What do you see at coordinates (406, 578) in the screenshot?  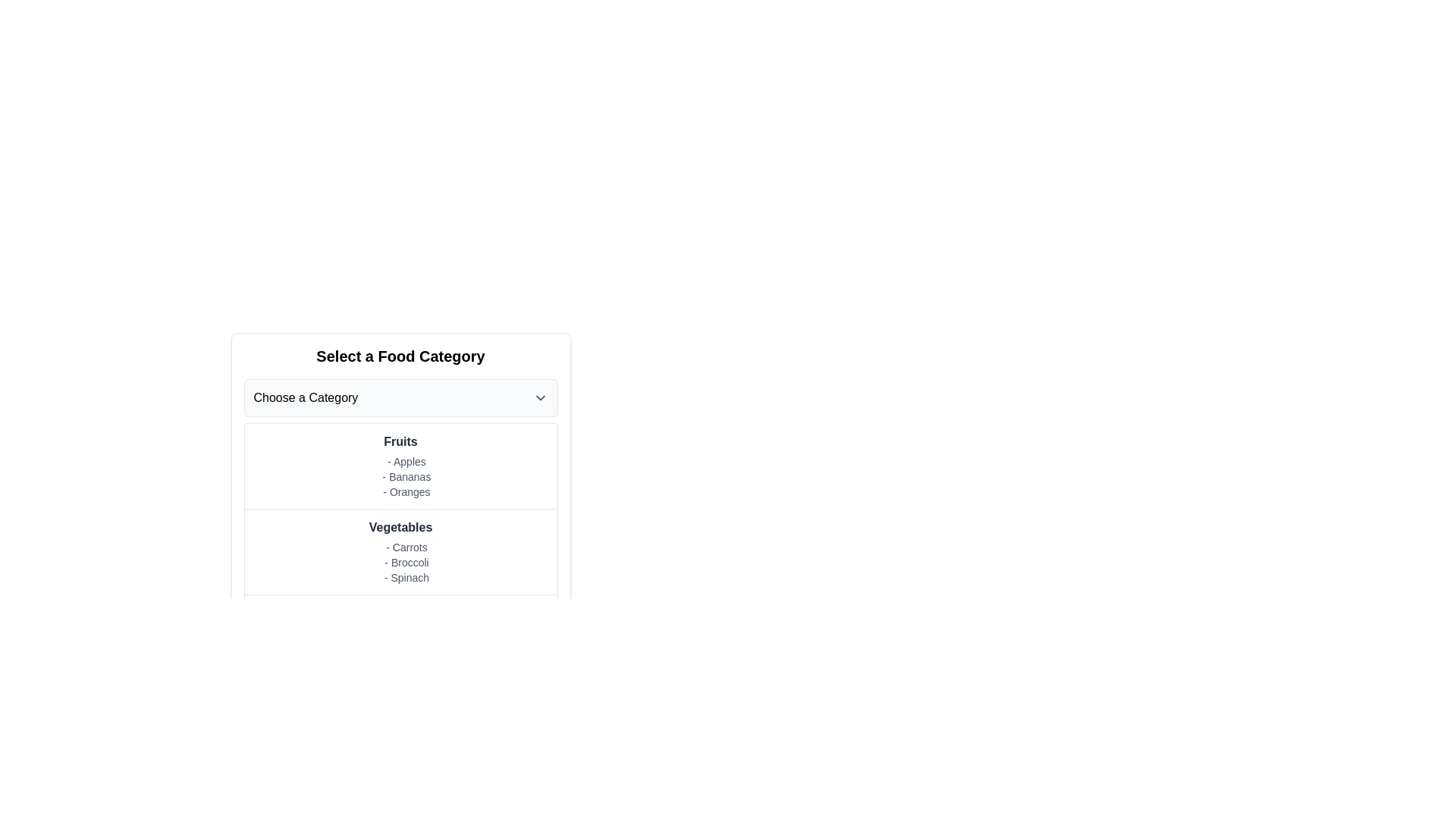 I see `text representing 'Spinach' in the 'Vegetables' list, which is the third item in the vertical order` at bounding box center [406, 578].